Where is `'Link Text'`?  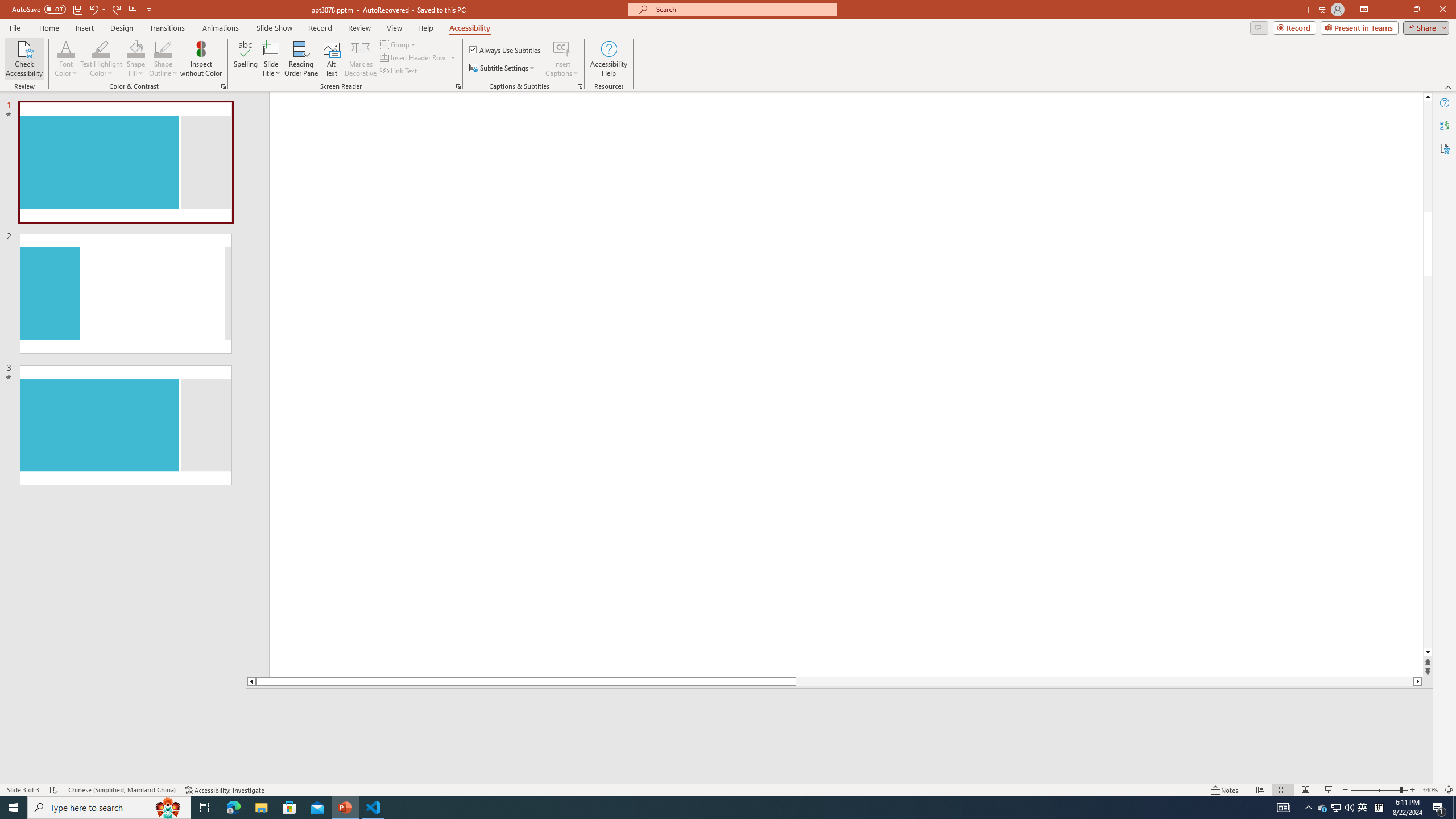
'Link Text' is located at coordinates (399, 69).